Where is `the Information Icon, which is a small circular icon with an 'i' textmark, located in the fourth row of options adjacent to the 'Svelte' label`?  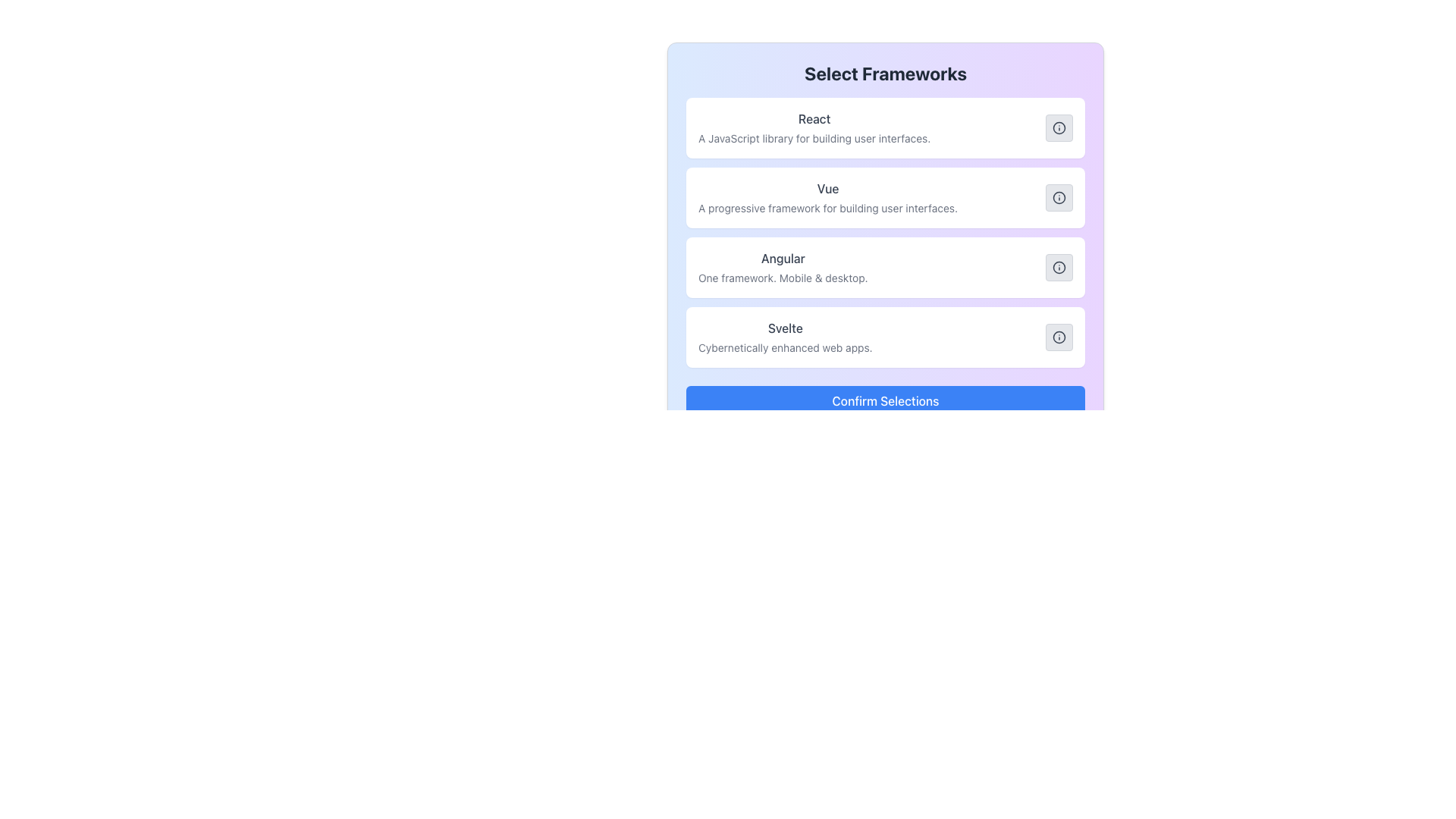
the Information Icon, which is a small circular icon with an 'i' textmark, located in the fourth row of options adjacent to the 'Svelte' label is located at coordinates (1058, 336).